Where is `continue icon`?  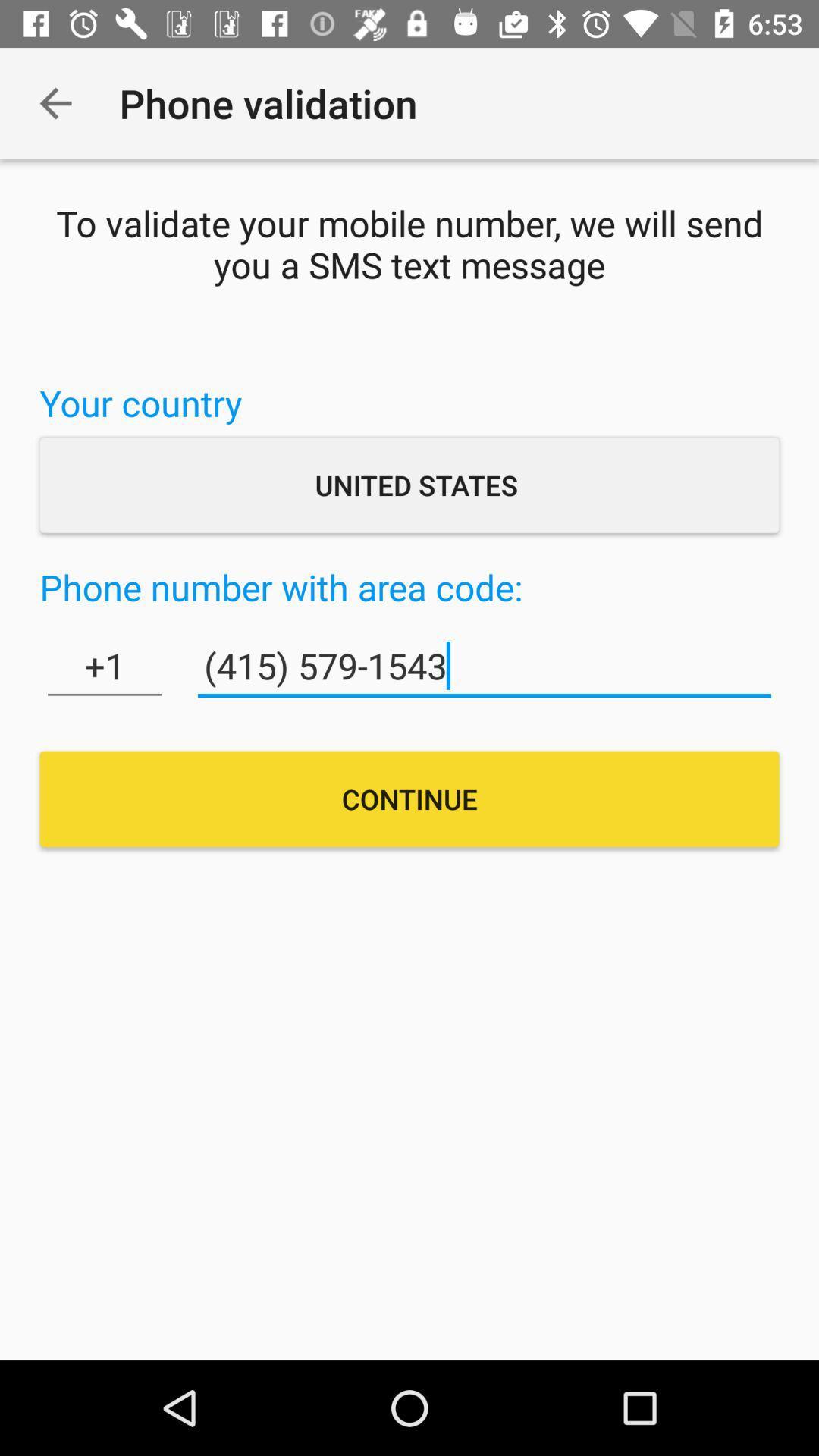 continue icon is located at coordinates (409, 798).